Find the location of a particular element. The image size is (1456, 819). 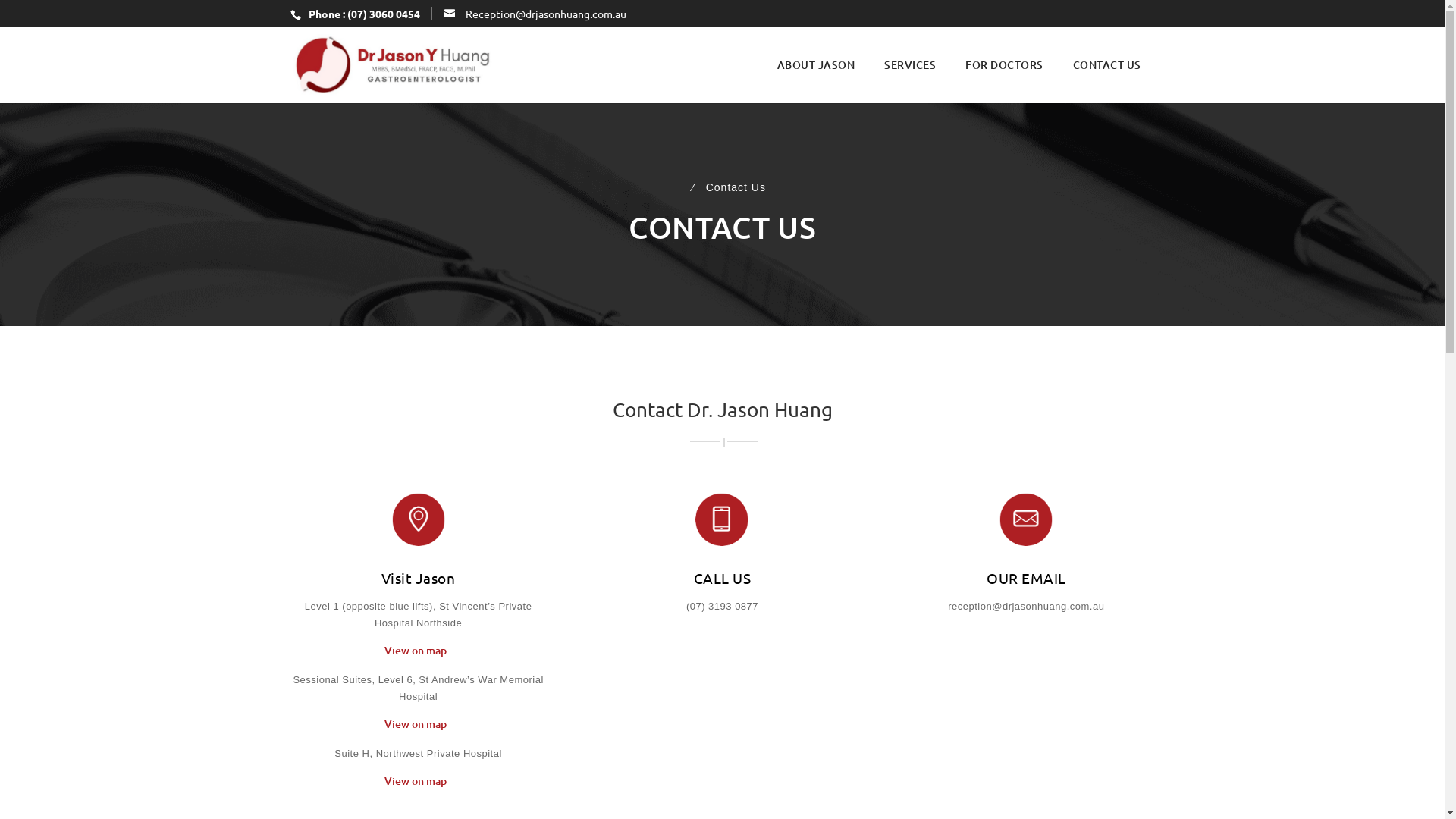

'icon1' is located at coordinates (419, 519).